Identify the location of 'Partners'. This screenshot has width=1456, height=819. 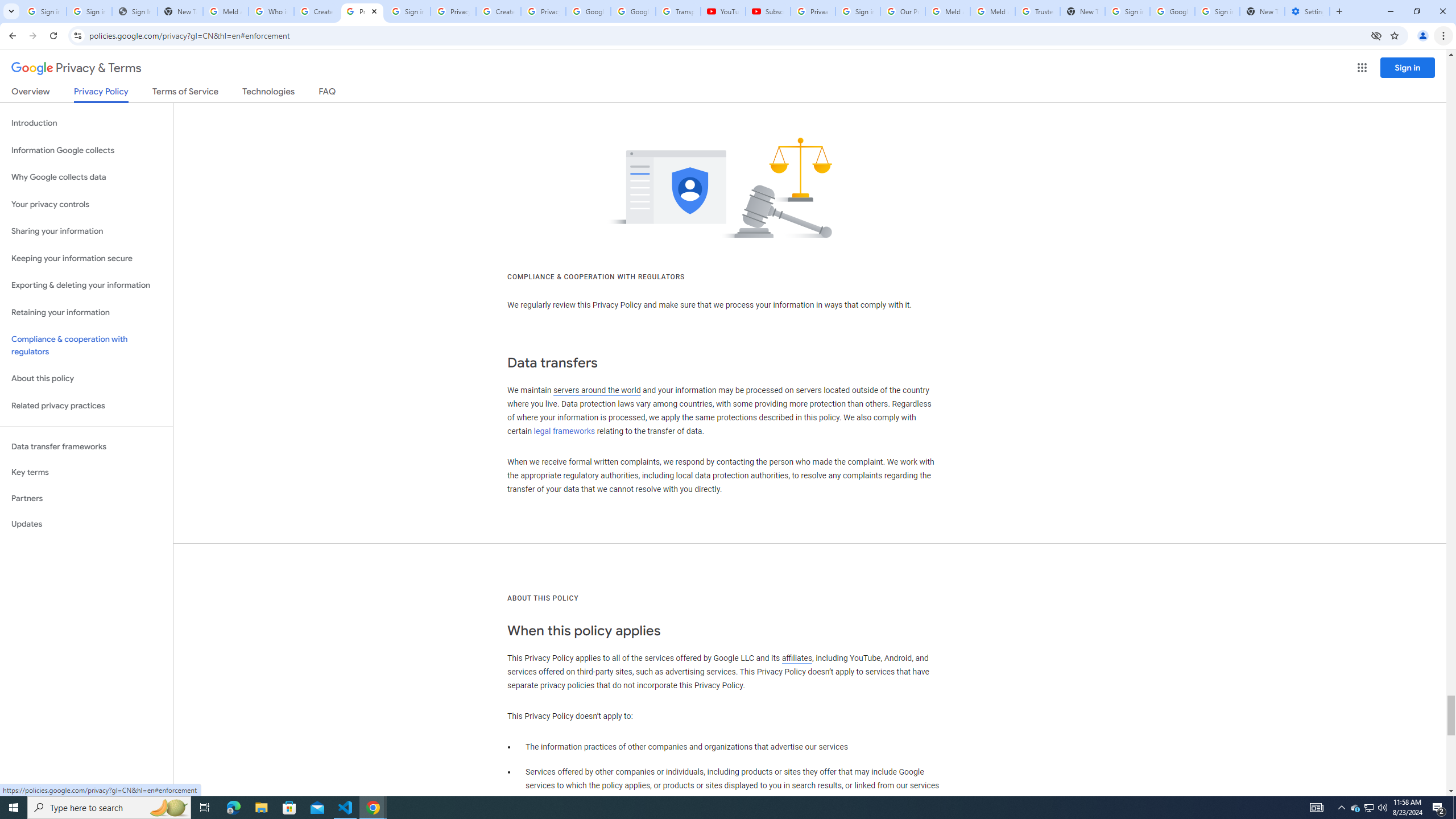
(86, 498).